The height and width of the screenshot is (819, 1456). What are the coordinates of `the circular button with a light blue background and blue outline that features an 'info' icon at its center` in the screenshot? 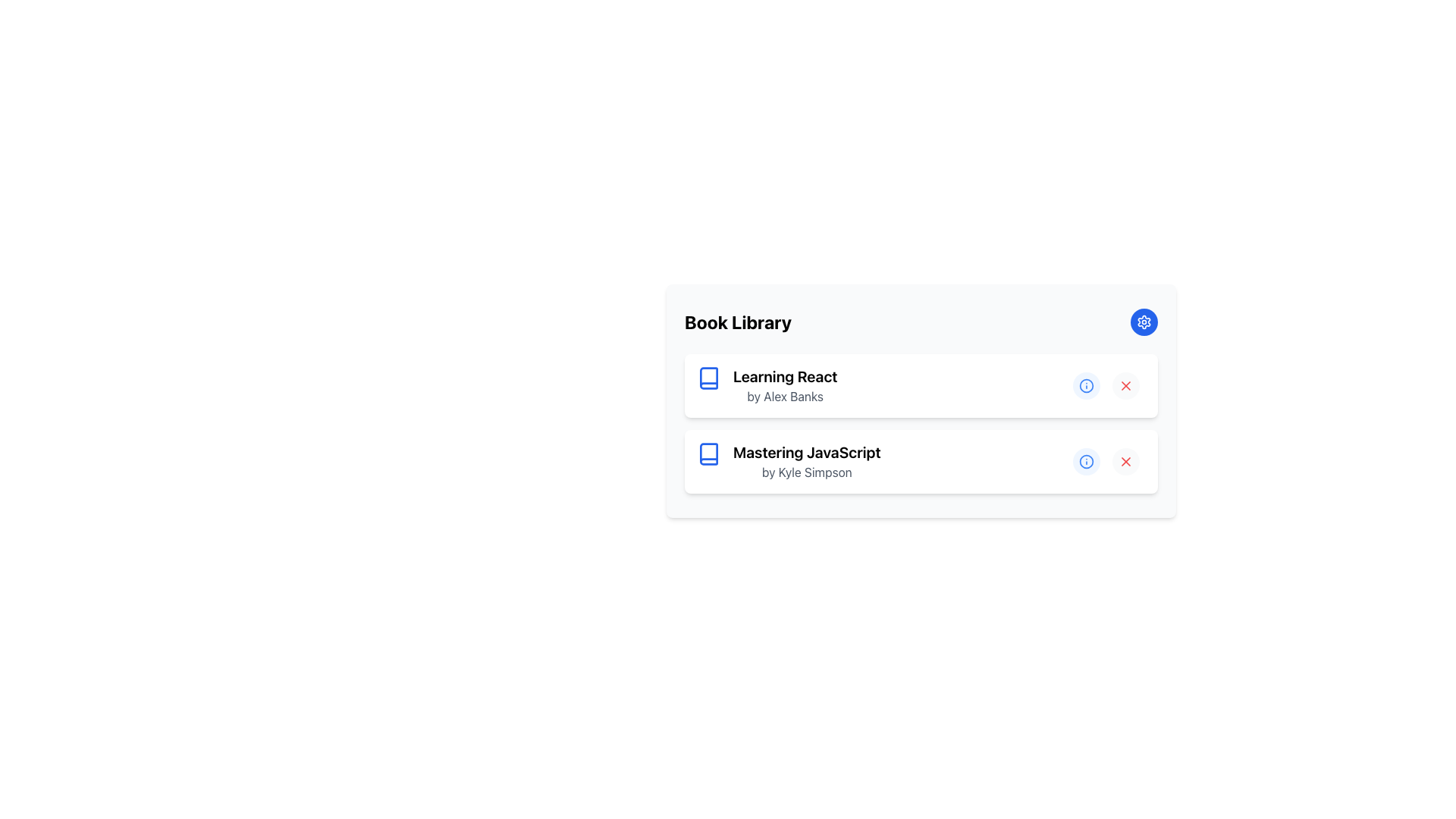 It's located at (1086, 385).